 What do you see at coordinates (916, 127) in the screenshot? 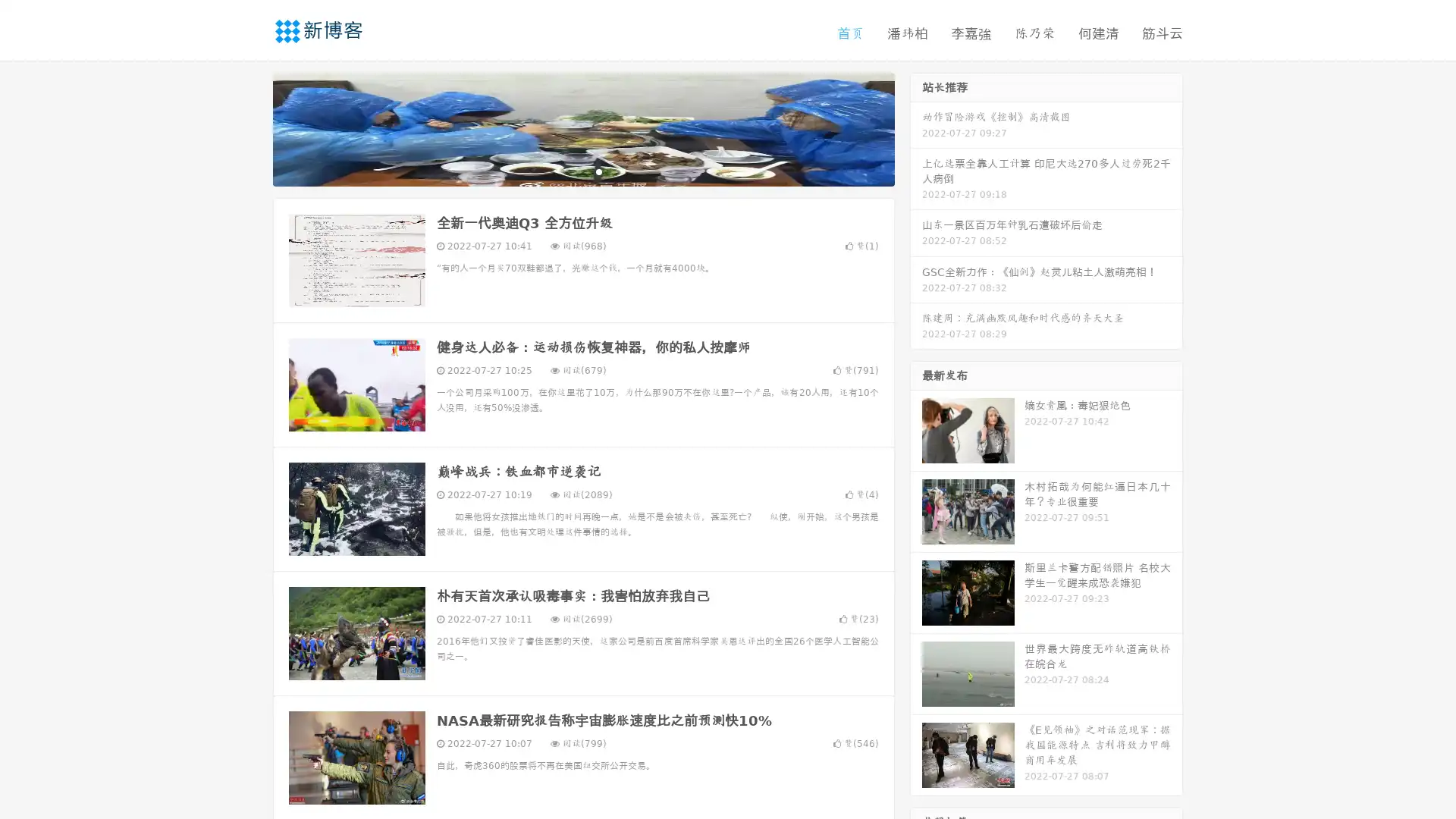
I see `Next slide` at bounding box center [916, 127].